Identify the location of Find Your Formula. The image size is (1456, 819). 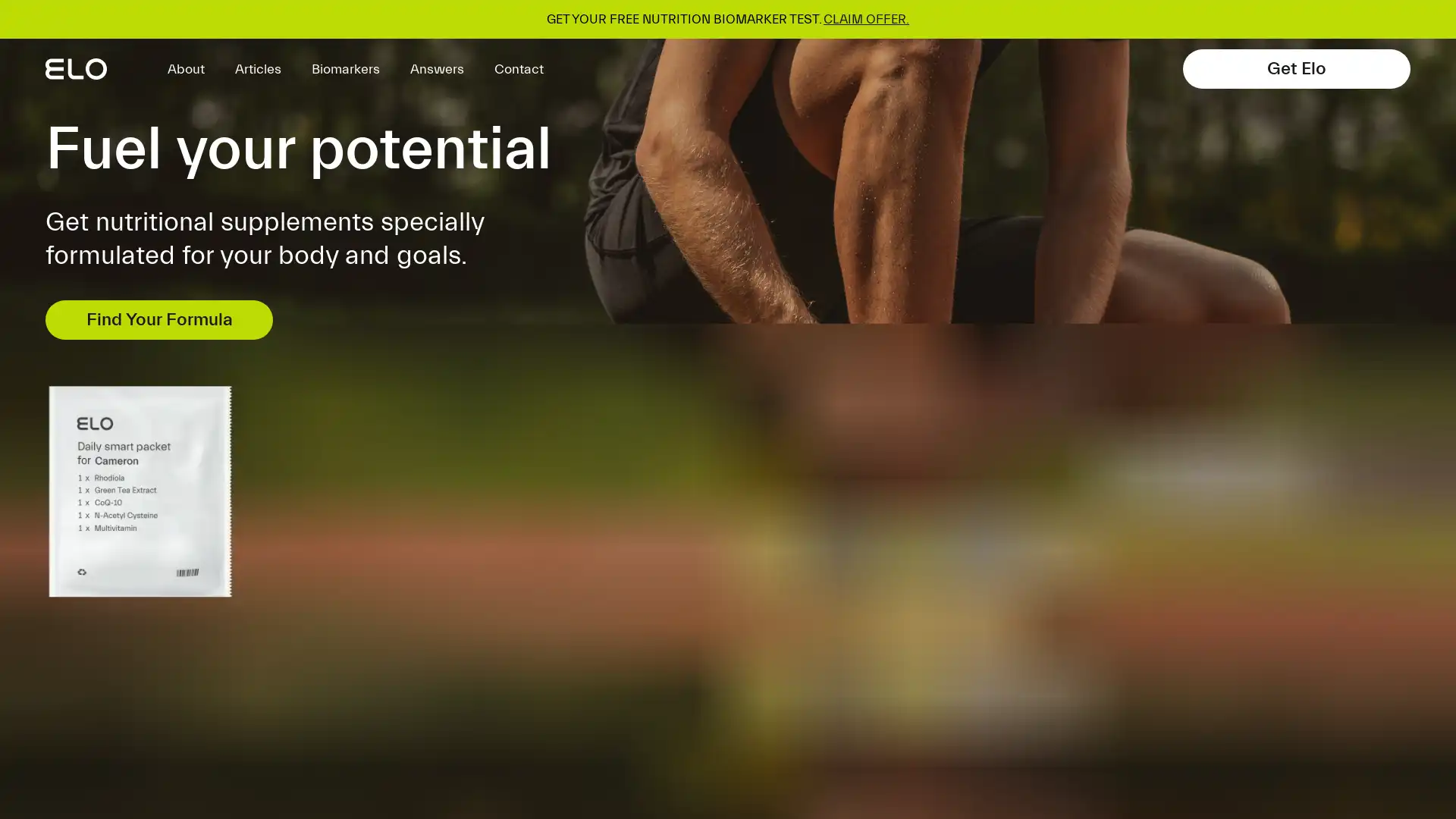
(159, 318).